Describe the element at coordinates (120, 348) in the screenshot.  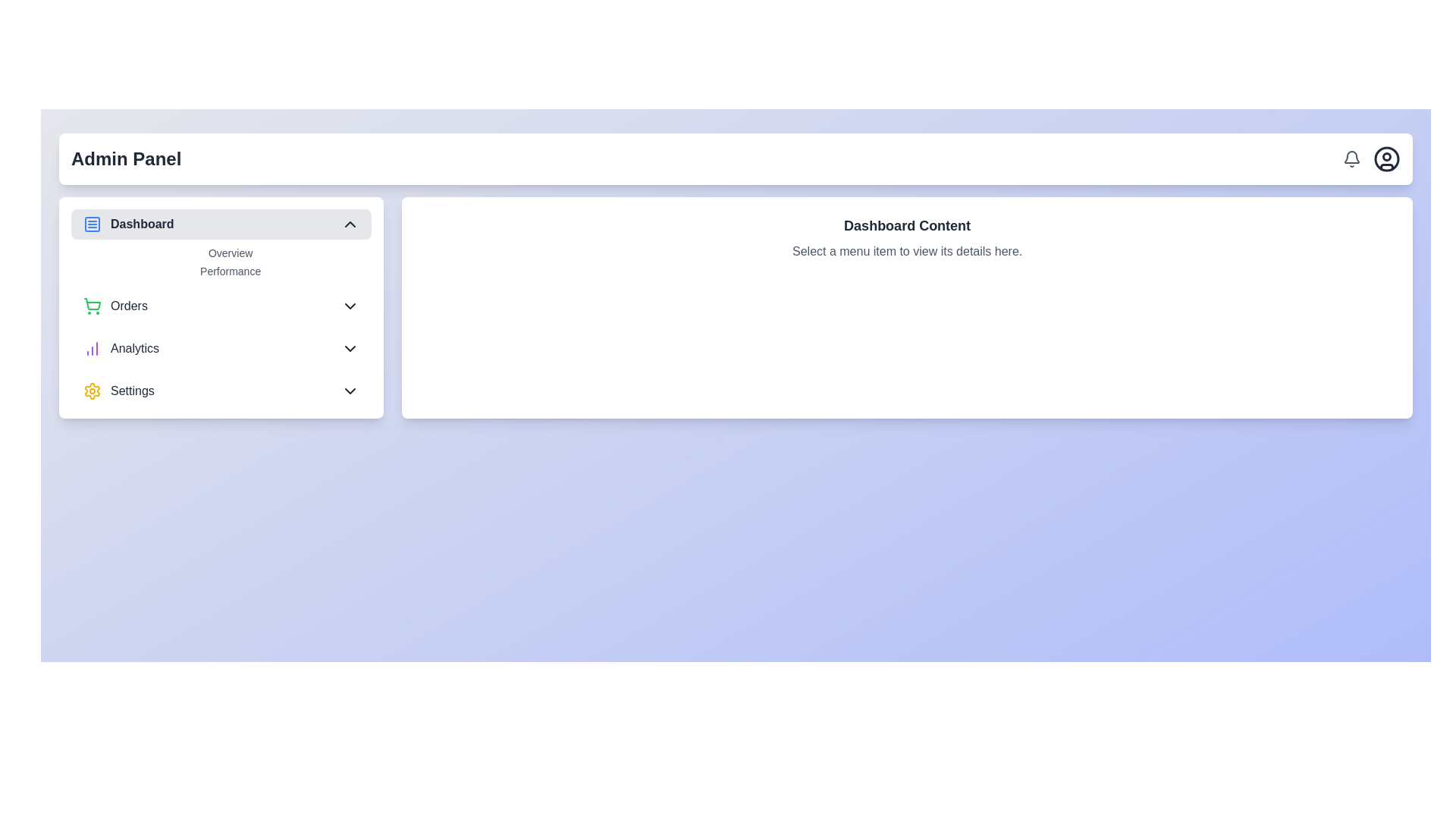
I see `the 'Analytics' menu item, which consists of a bar chart icon with purple accents and the text 'Analytics' in a sans-serif font` at that location.